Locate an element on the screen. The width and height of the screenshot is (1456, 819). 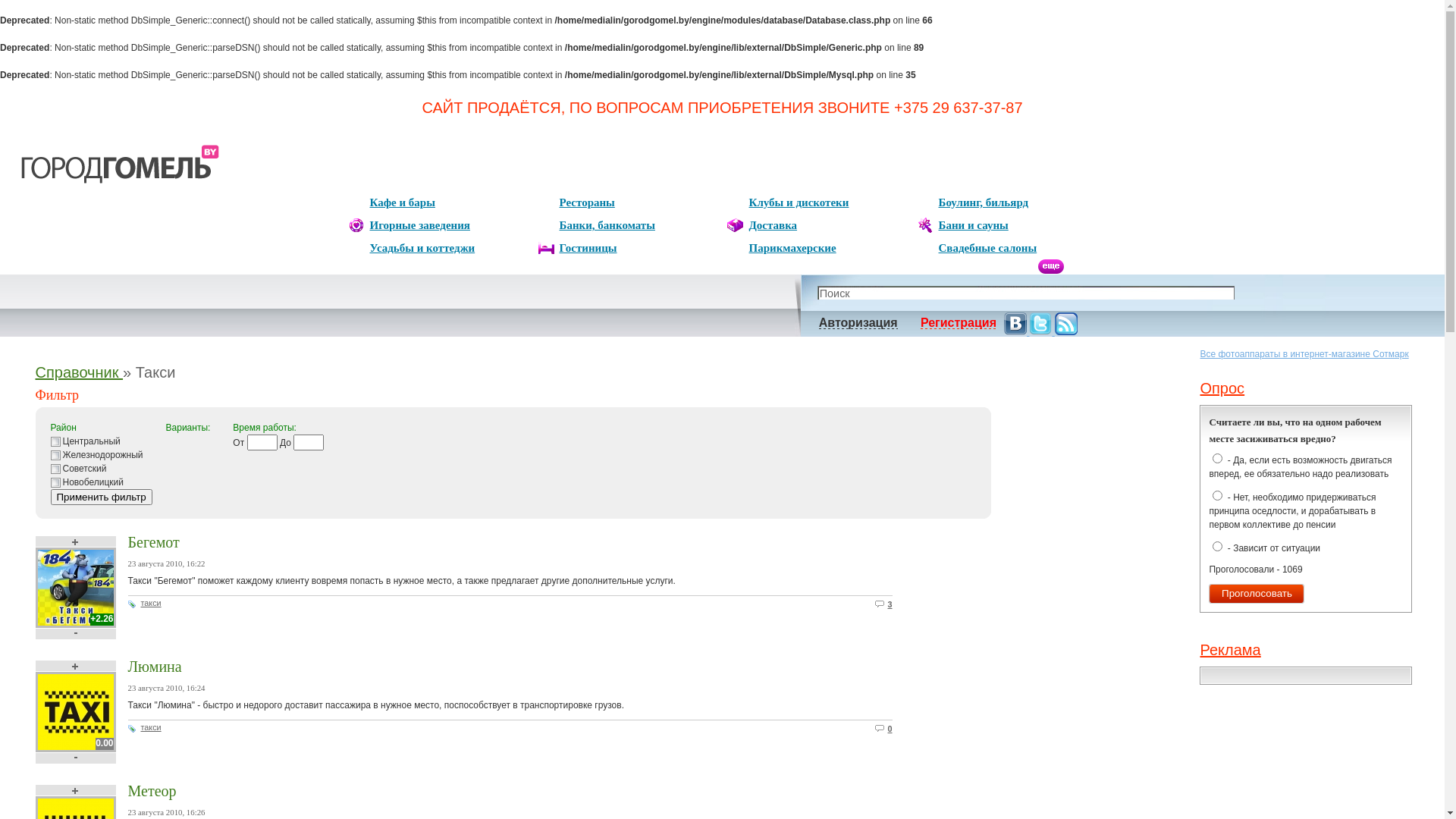
'3' is located at coordinates (888, 604).